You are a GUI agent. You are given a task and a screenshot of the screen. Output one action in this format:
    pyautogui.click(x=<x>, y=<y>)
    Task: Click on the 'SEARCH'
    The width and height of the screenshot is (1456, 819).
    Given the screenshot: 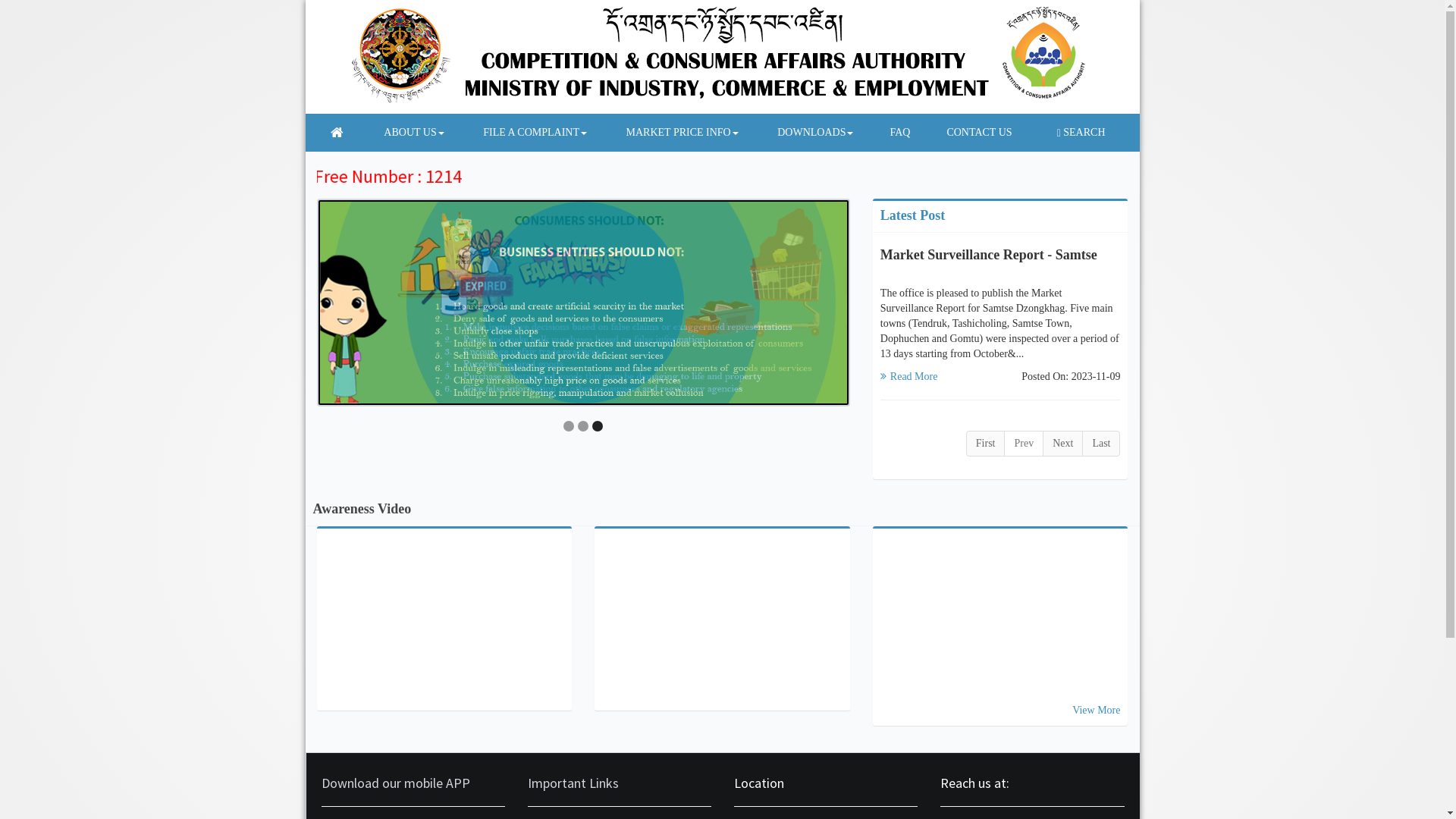 What is the action you would take?
    pyautogui.click(x=1080, y=131)
    